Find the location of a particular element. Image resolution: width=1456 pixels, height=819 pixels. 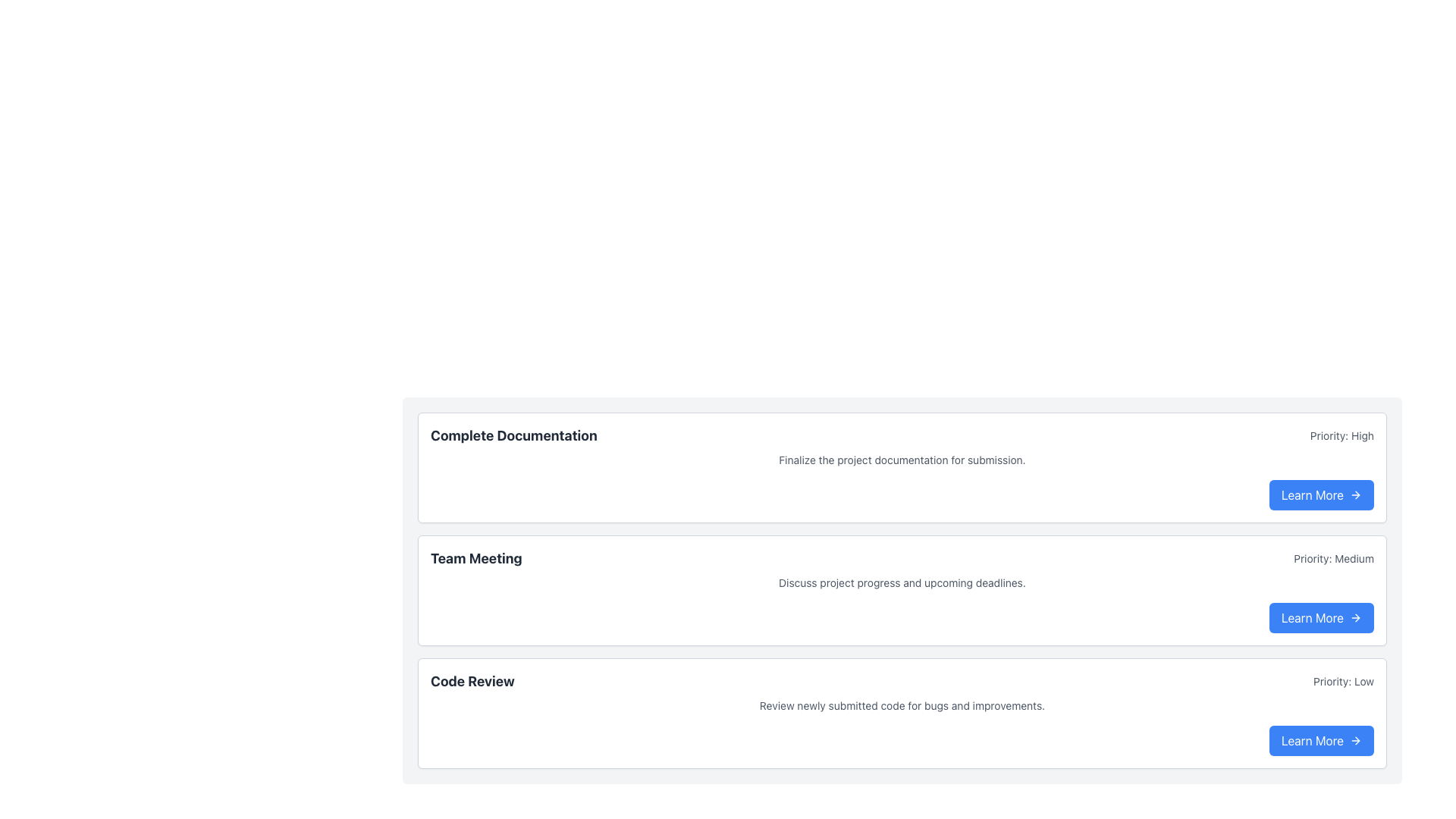

the 'Learn More' button with a blue background and white text located in the 'Team Meeting' section is located at coordinates (1320, 617).